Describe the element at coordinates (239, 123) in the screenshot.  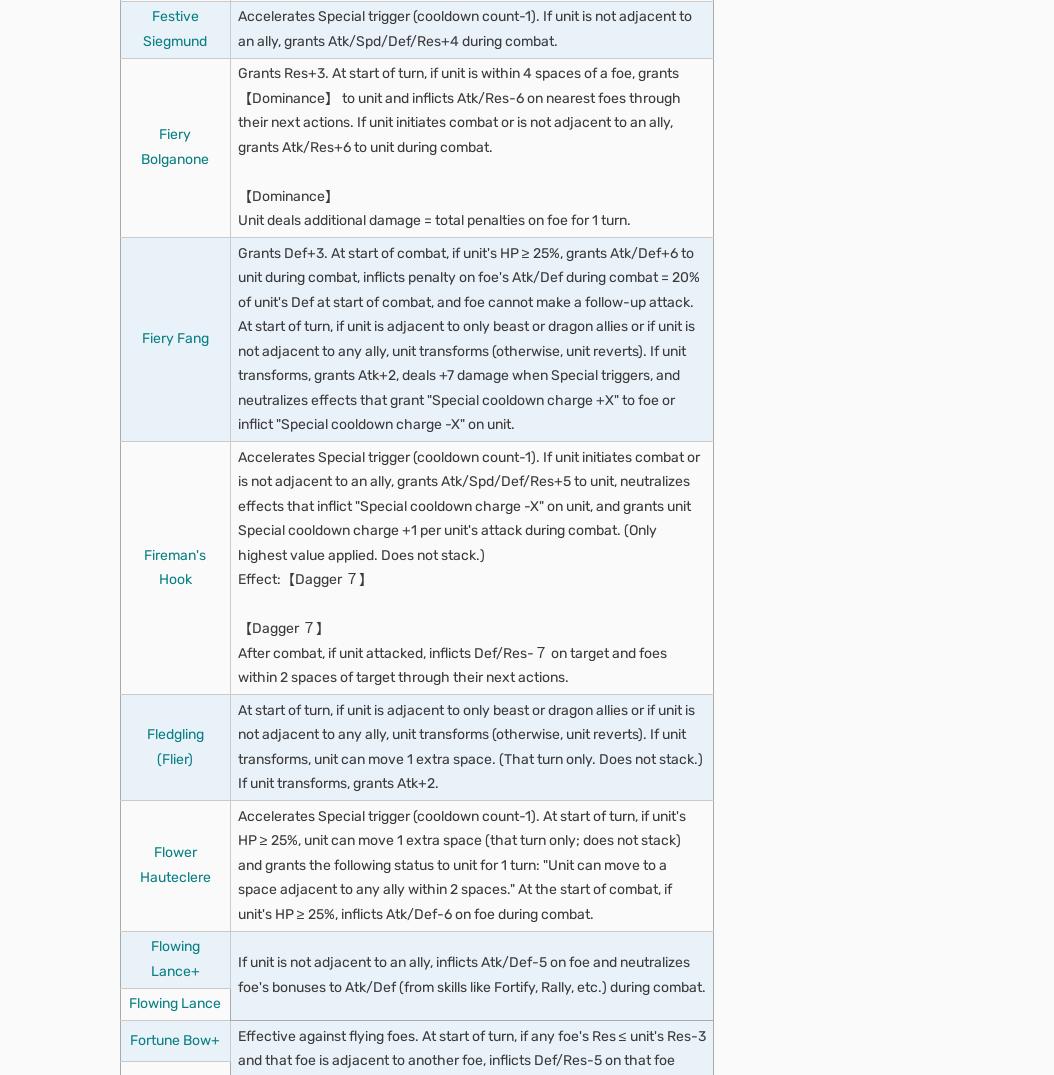
I see `'Community content is available under'` at that location.